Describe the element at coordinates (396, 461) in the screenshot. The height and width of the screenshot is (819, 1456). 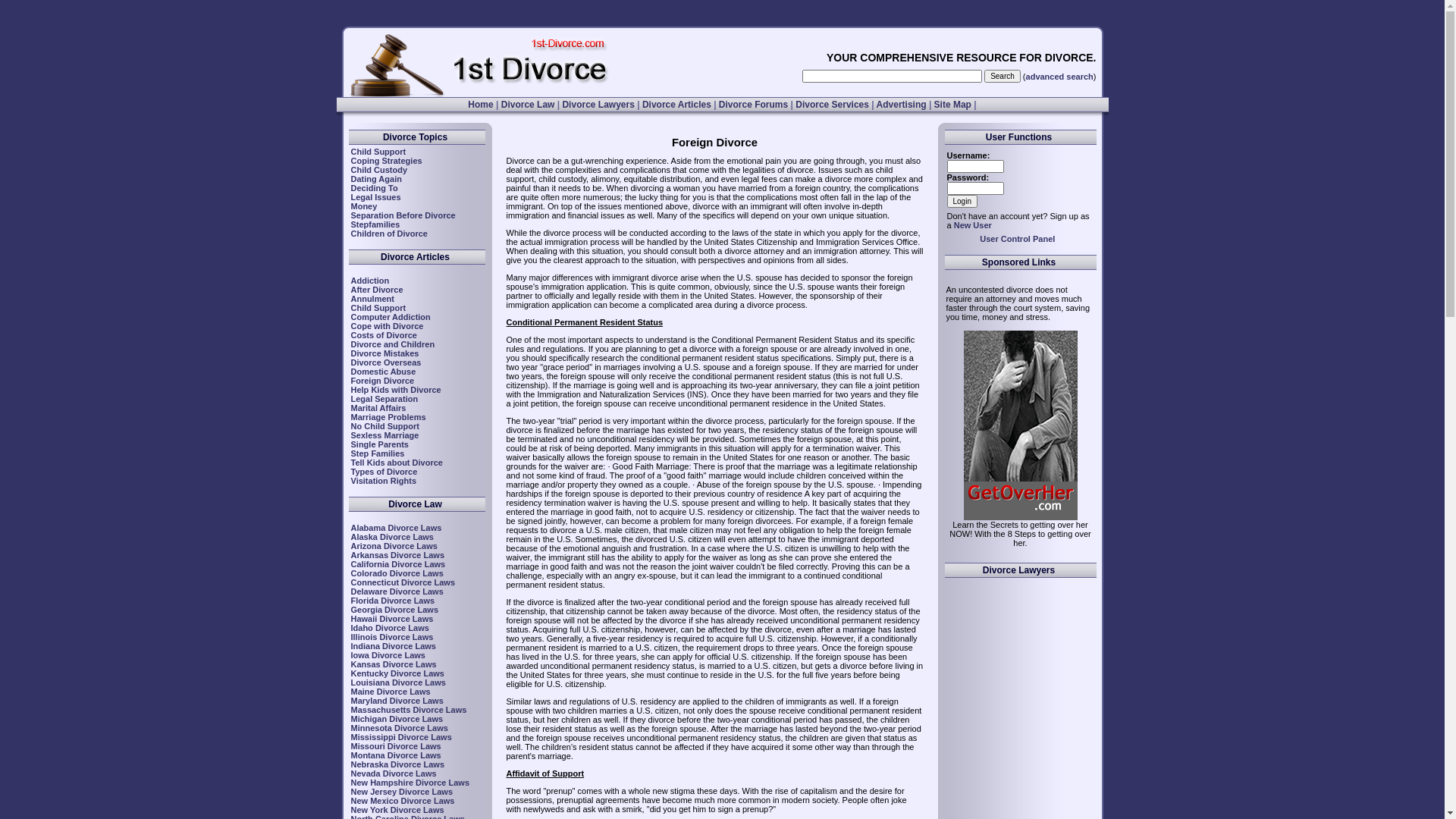
I see `'Tell Kids about Divorce'` at that location.